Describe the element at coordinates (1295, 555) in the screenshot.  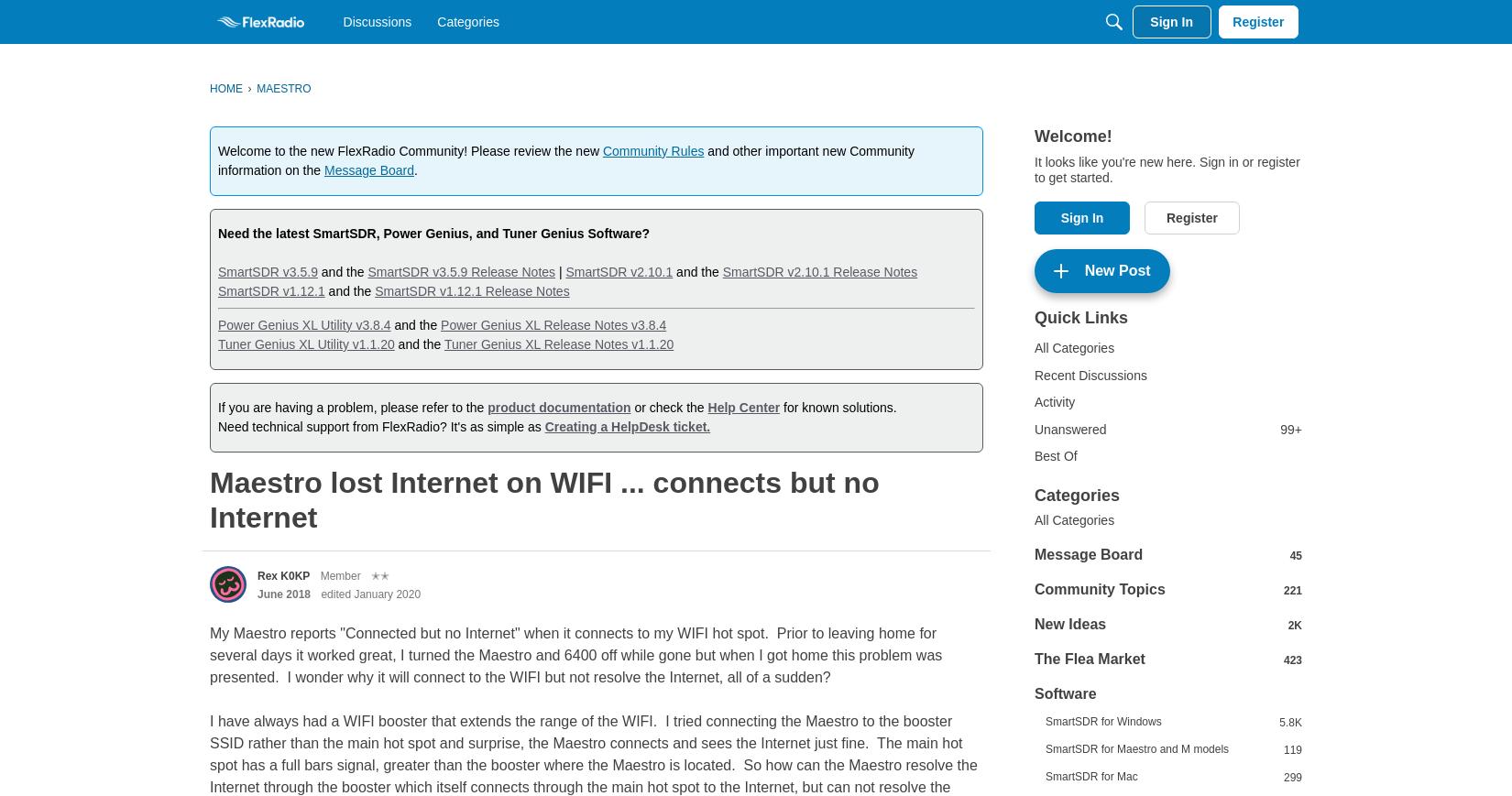
I see `'45'` at that location.